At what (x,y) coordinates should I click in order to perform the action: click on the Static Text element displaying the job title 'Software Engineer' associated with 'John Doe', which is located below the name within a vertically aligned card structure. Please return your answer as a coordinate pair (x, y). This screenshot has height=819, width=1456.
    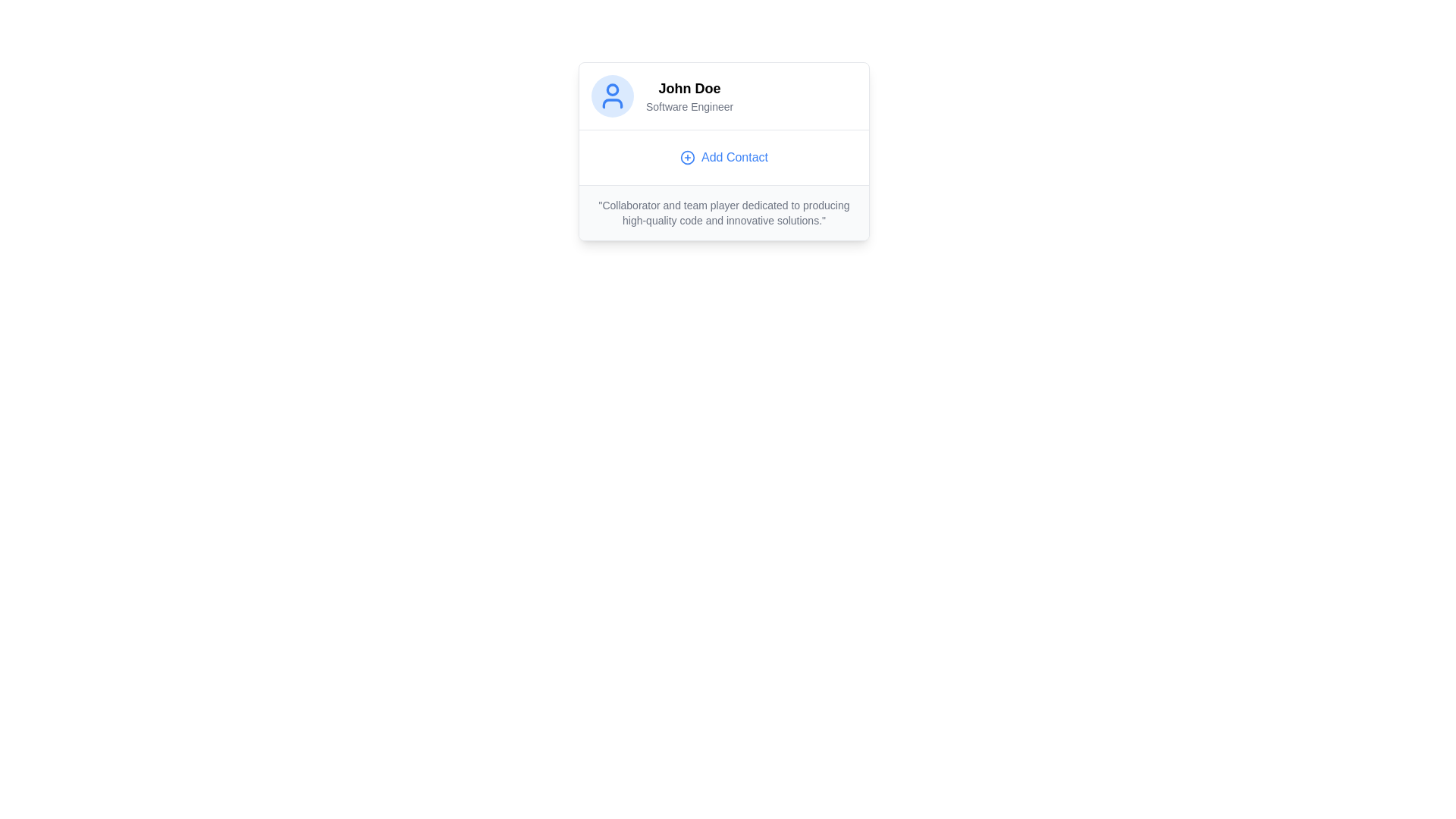
    Looking at the image, I should click on (689, 106).